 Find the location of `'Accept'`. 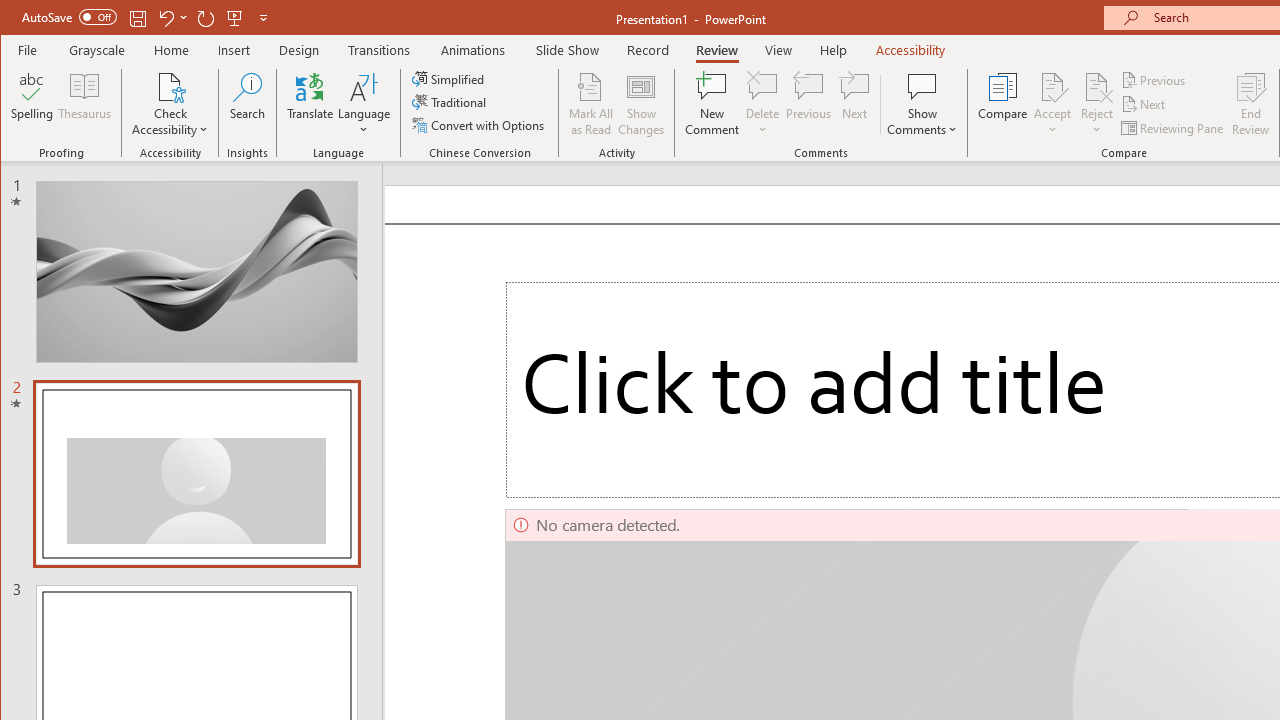

'Accept' is located at coordinates (1051, 104).